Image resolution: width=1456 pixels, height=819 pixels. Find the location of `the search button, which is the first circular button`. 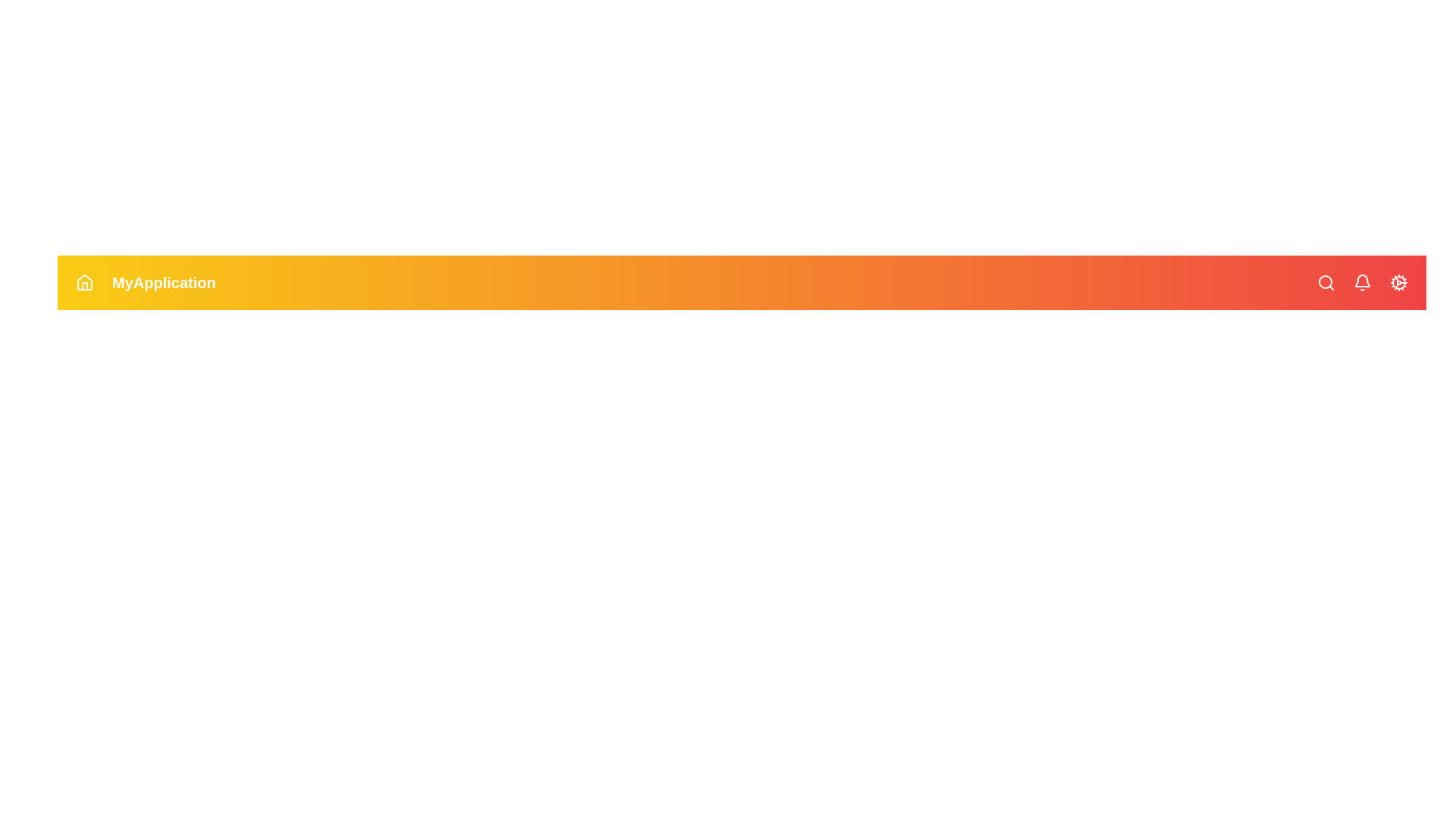

the search button, which is the first circular button is located at coordinates (1325, 283).